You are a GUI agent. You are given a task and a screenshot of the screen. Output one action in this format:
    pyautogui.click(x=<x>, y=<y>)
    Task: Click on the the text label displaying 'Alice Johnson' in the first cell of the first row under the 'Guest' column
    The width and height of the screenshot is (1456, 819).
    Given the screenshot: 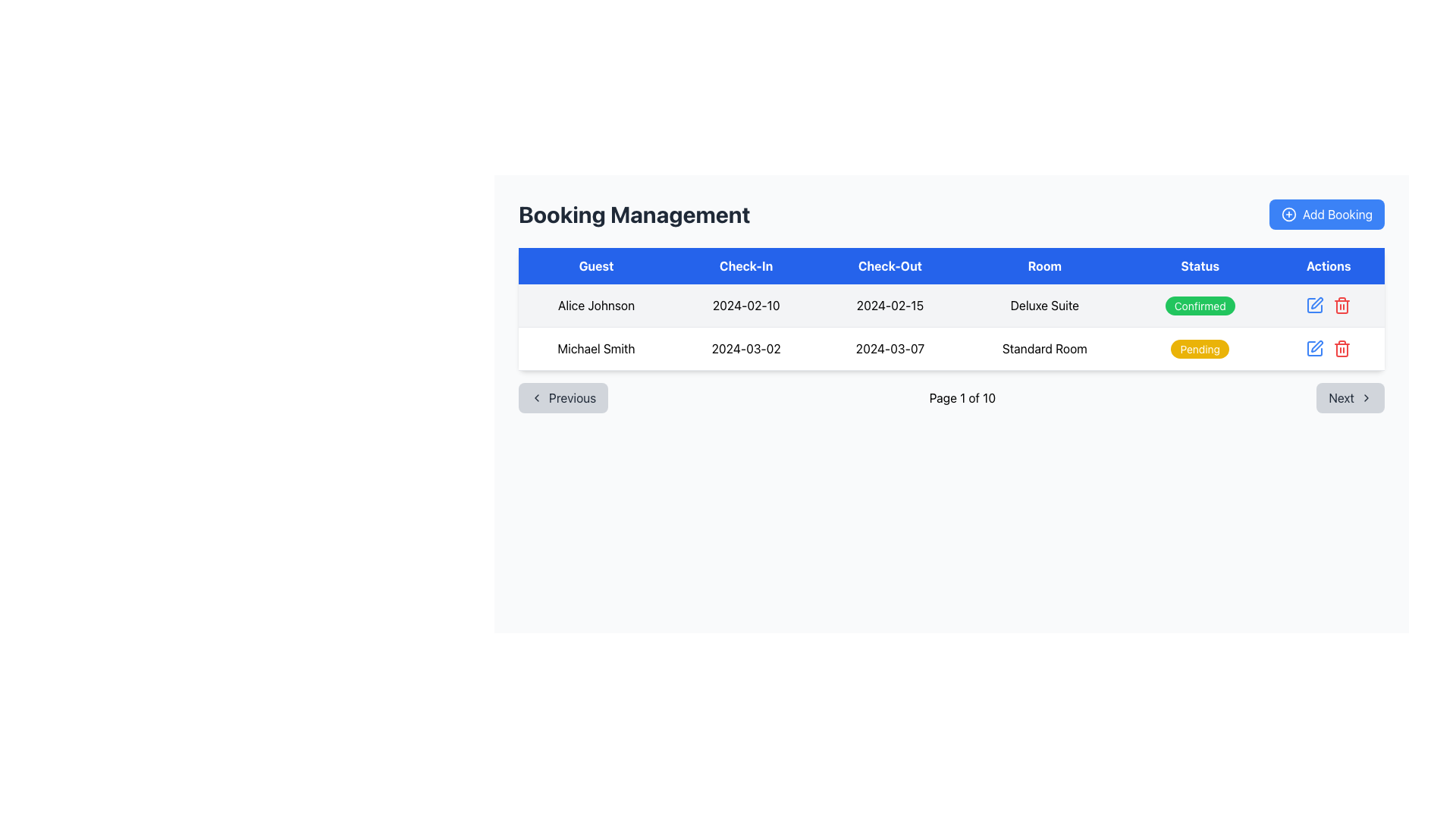 What is the action you would take?
    pyautogui.click(x=595, y=306)
    